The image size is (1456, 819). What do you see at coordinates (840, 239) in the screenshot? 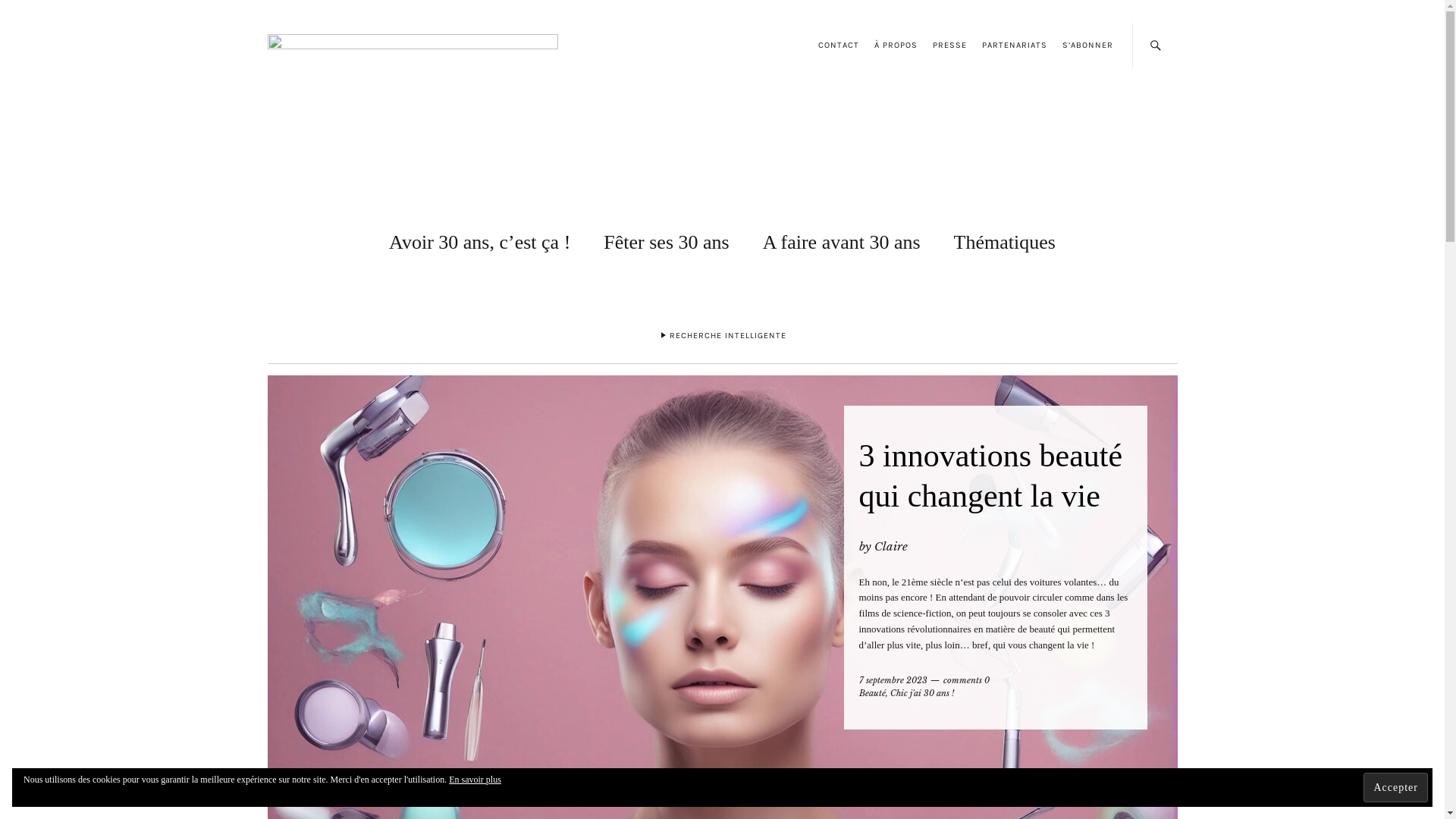
I see `'A faire avant 30 ans'` at bounding box center [840, 239].